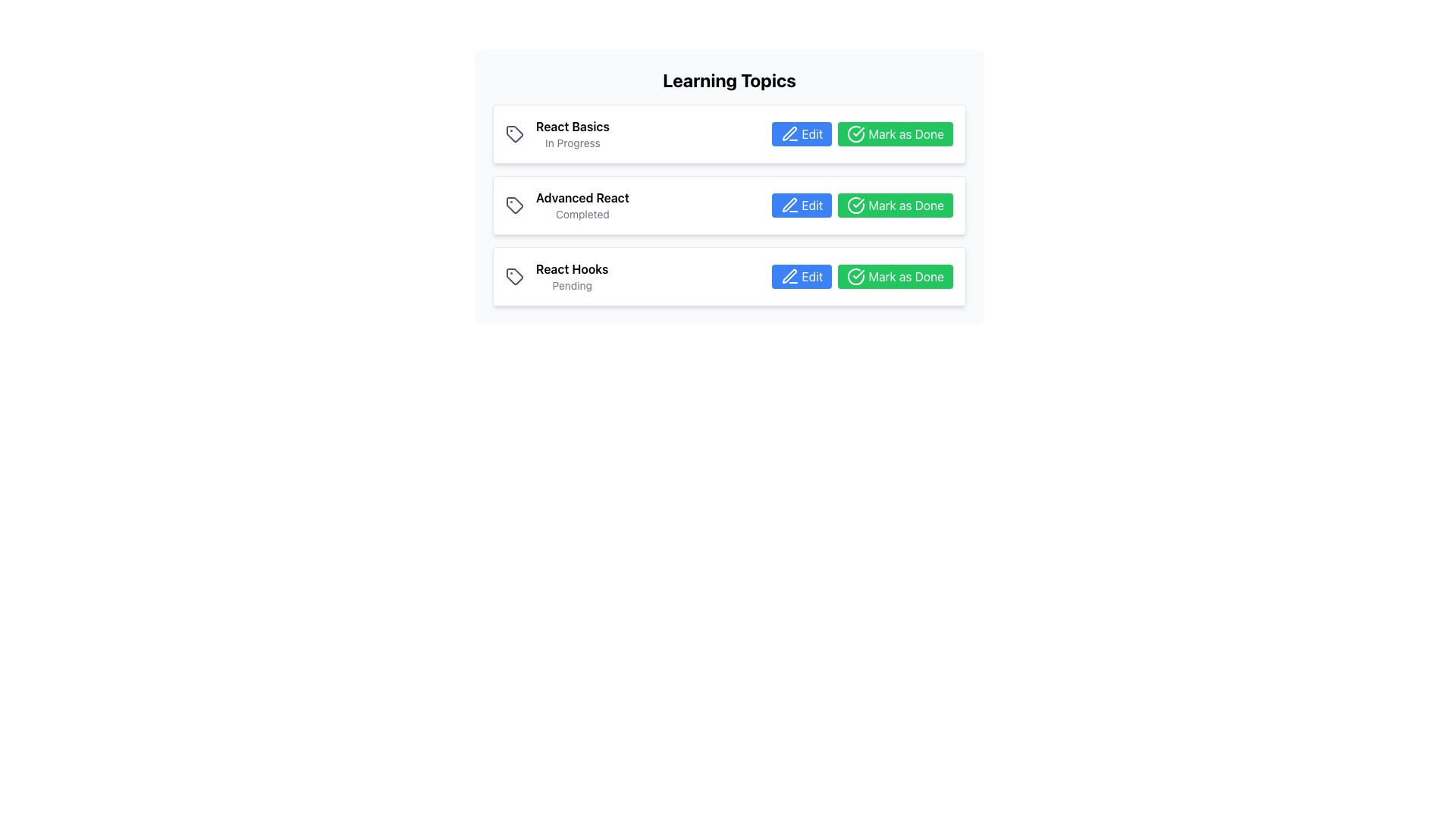 This screenshot has width=1456, height=819. What do you see at coordinates (571, 277) in the screenshot?
I see `the label that reads 'React Hooks' with a smaller text 'Pending' below it, located in the 'Learning Topics' section` at bounding box center [571, 277].